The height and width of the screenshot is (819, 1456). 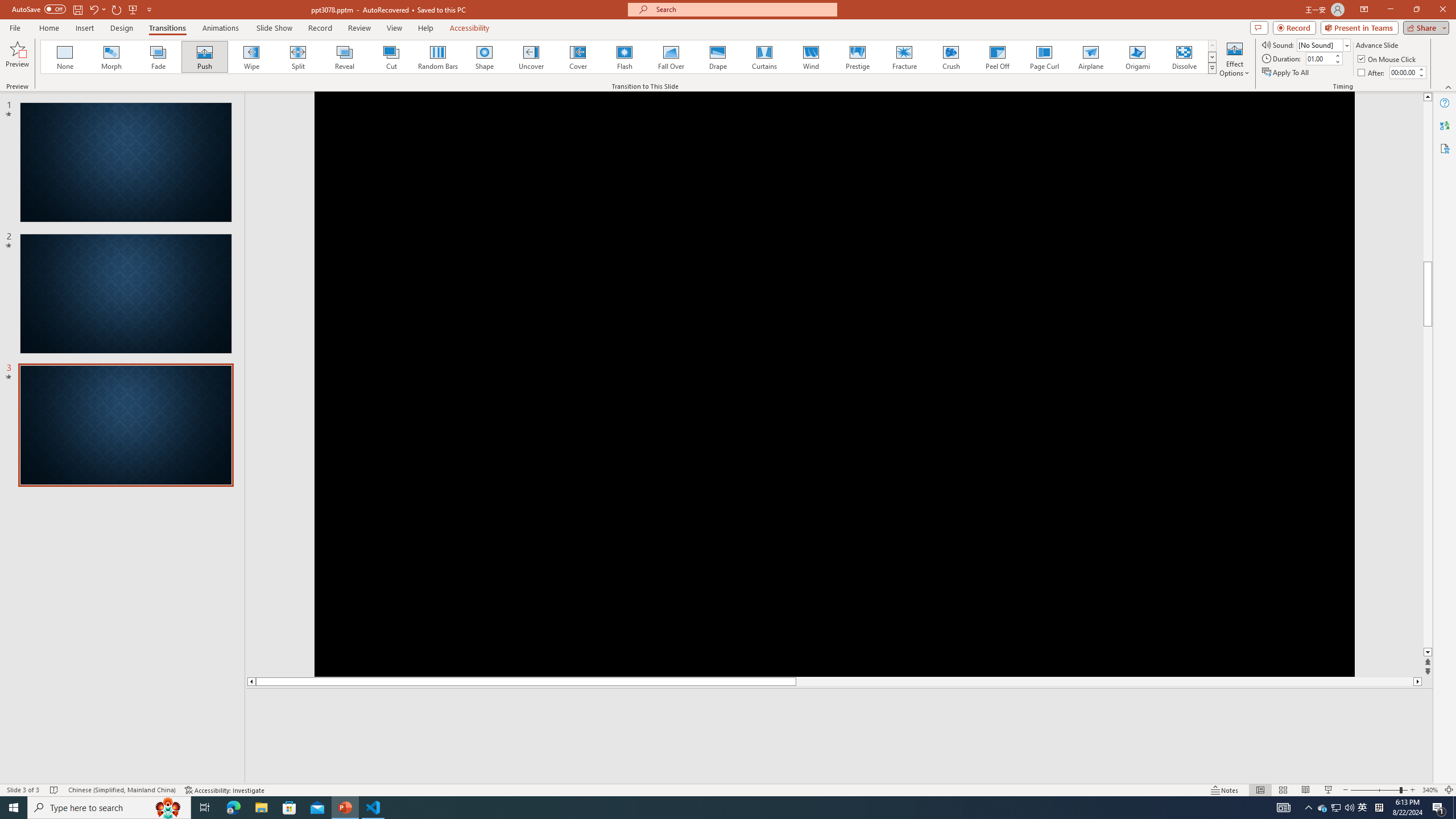 What do you see at coordinates (1421, 68) in the screenshot?
I see `'More'` at bounding box center [1421, 68].